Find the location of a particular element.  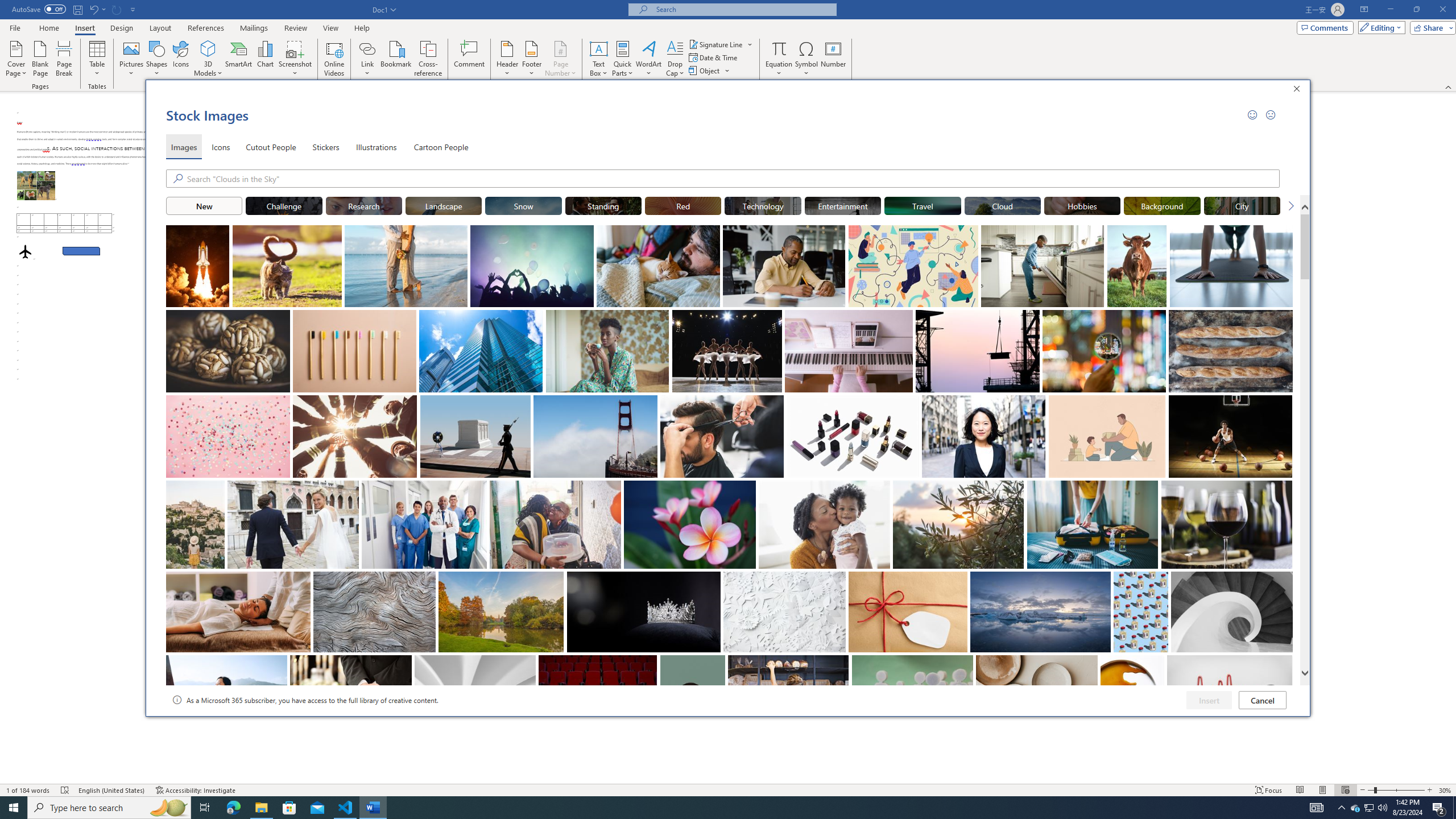

'Airplane with solid fill' is located at coordinates (25, 251).